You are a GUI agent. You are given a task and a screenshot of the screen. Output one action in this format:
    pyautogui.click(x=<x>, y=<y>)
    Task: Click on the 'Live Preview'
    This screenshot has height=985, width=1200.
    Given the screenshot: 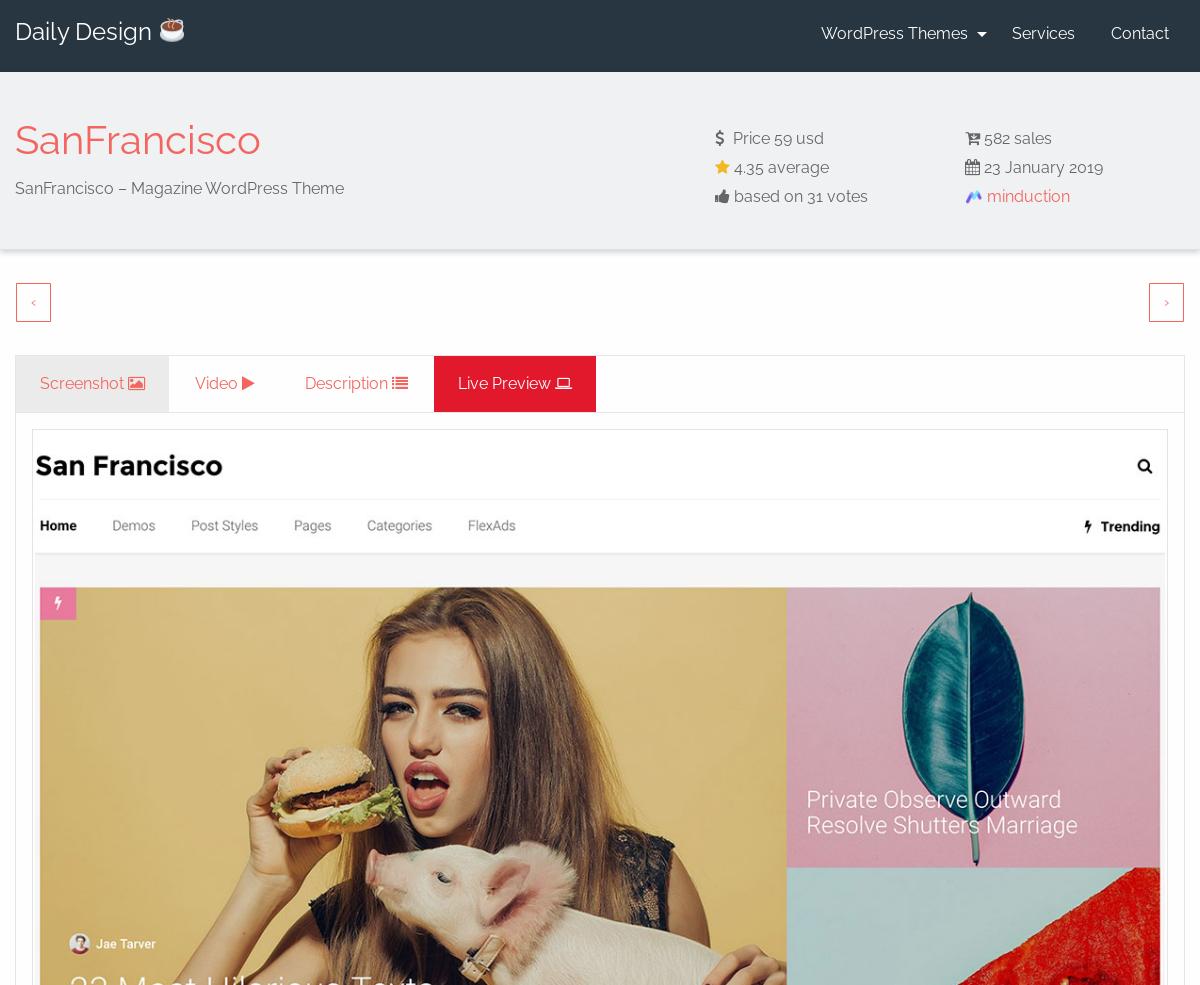 What is the action you would take?
    pyautogui.click(x=503, y=383)
    